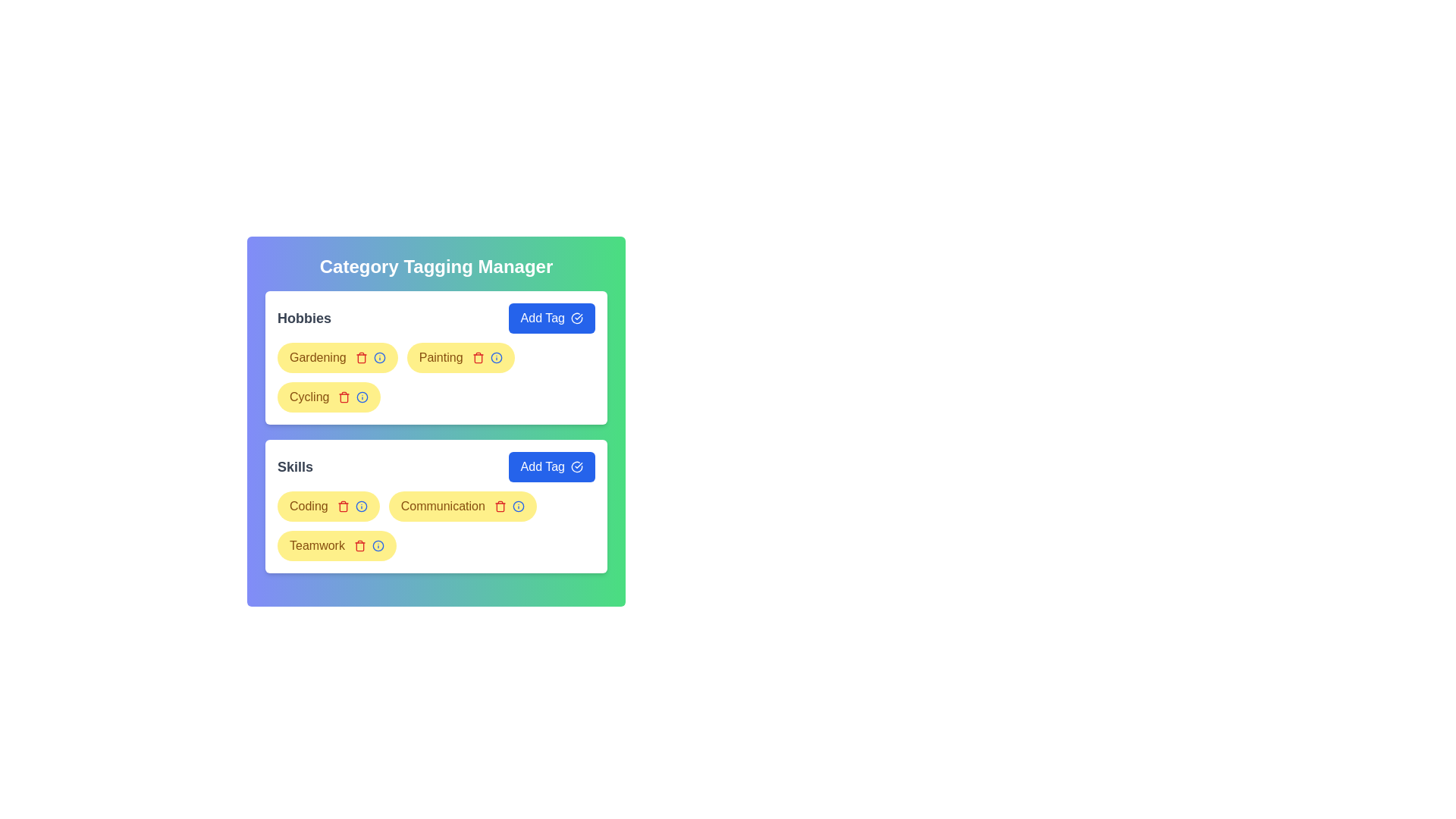 The width and height of the screenshot is (1456, 819). What do you see at coordinates (303, 318) in the screenshot?
I see `the Text label that serves as the title for the 'Hobbies' section in the 'Category Tagging Manager' interface` at bounding box center [303, 318].